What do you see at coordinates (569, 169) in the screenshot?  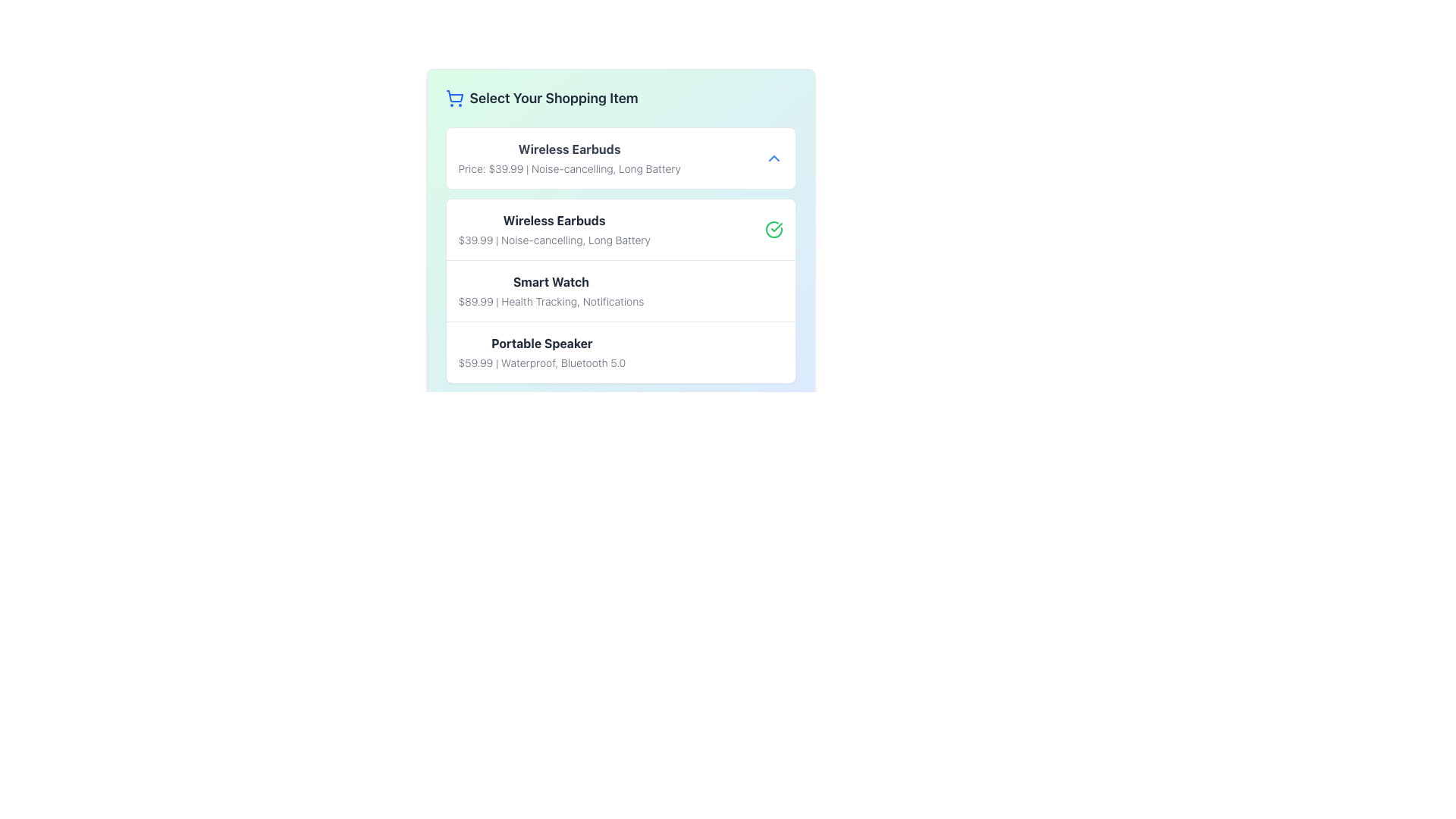 I see `the static text displaying 'Price: $39.99 | Noise-cancelling, Long Battery', which is positioned directly below the 'Wireless Earbuds' header` at bounding box center [569, 169].